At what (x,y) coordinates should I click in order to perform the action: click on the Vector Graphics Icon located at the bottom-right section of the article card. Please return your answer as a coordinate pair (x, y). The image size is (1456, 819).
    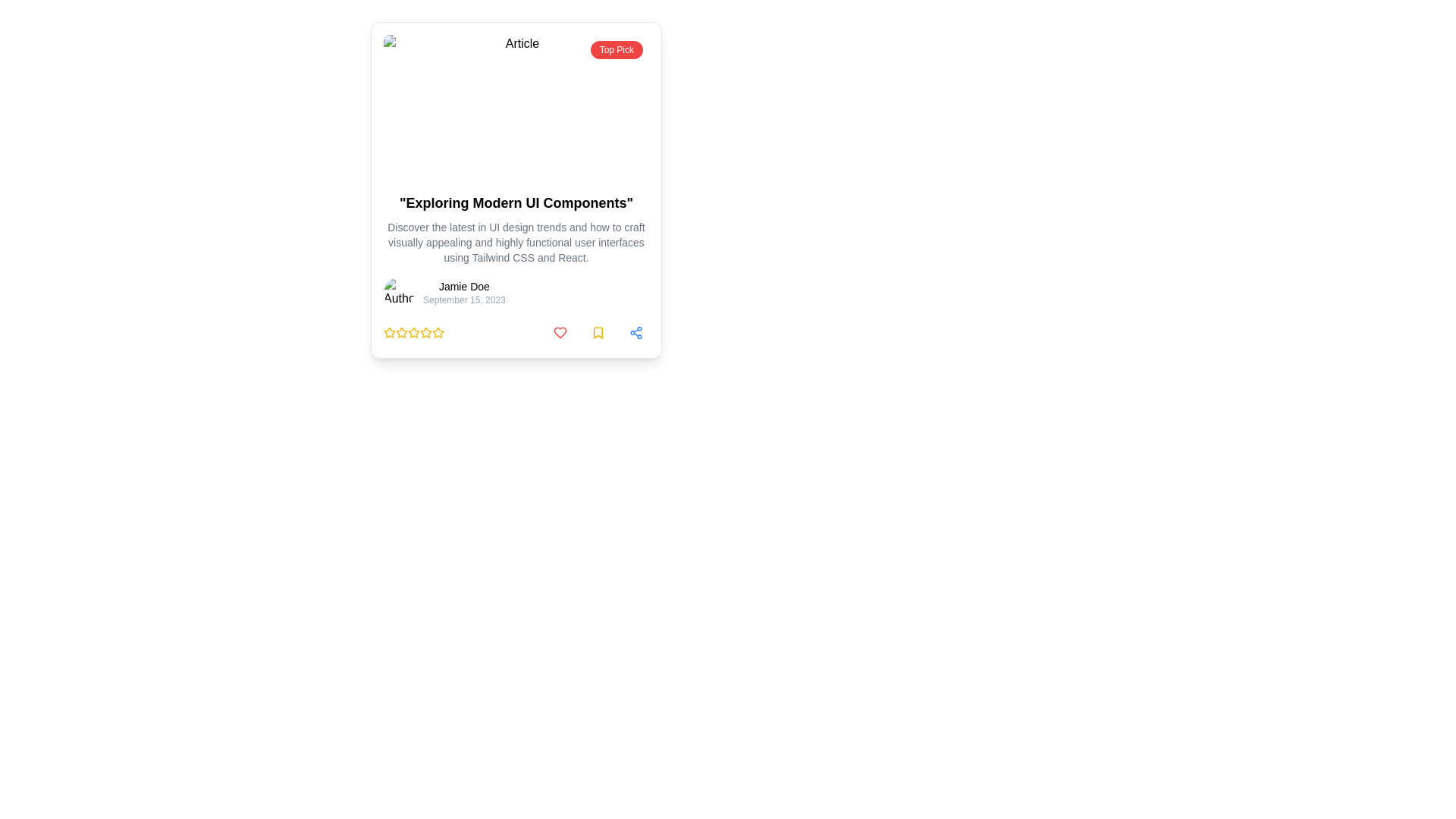
    Looking at the image, I should click on (597, 332).